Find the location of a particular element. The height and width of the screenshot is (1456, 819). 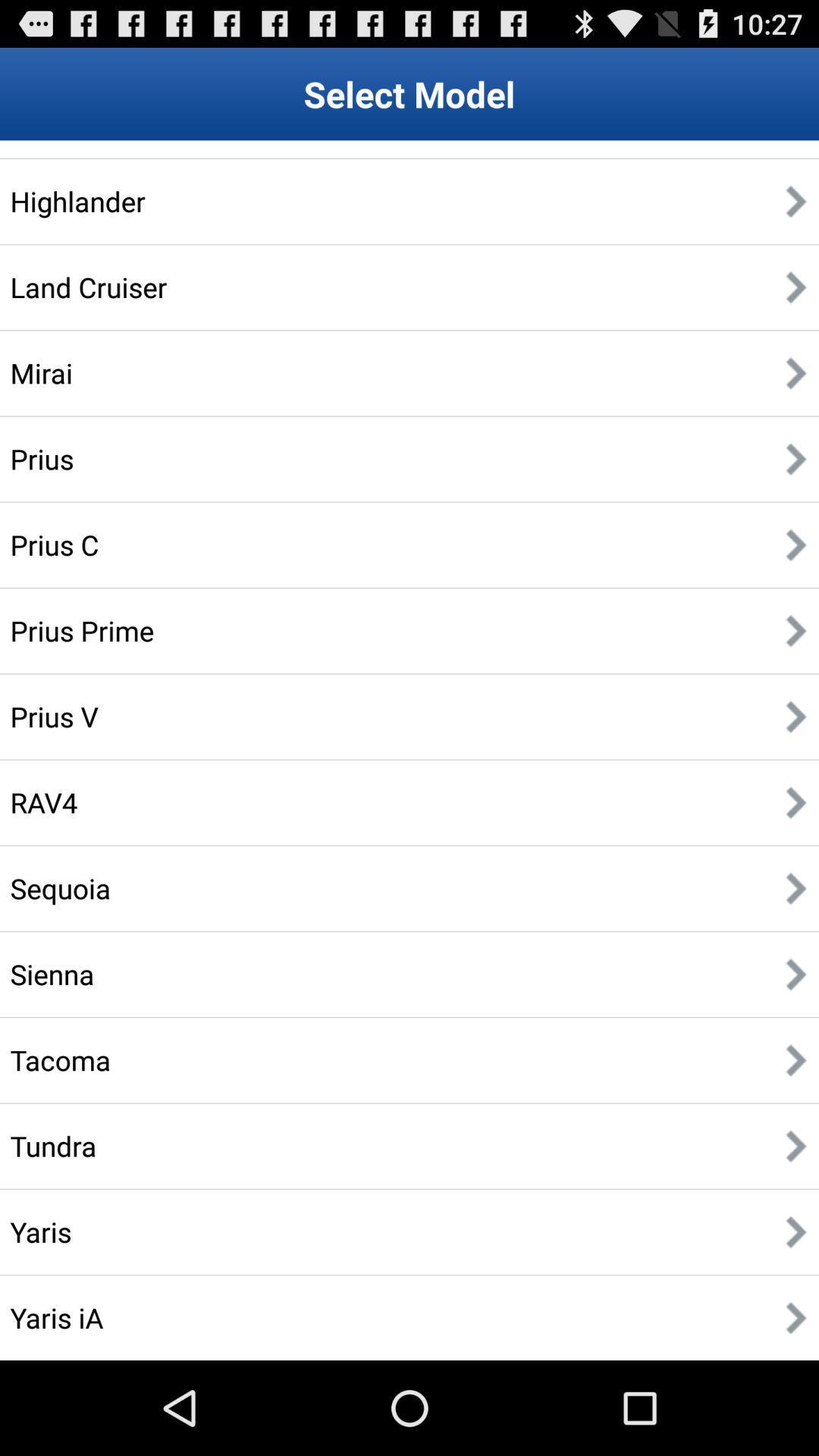

the rav4 is located at coordinates (43, 802).